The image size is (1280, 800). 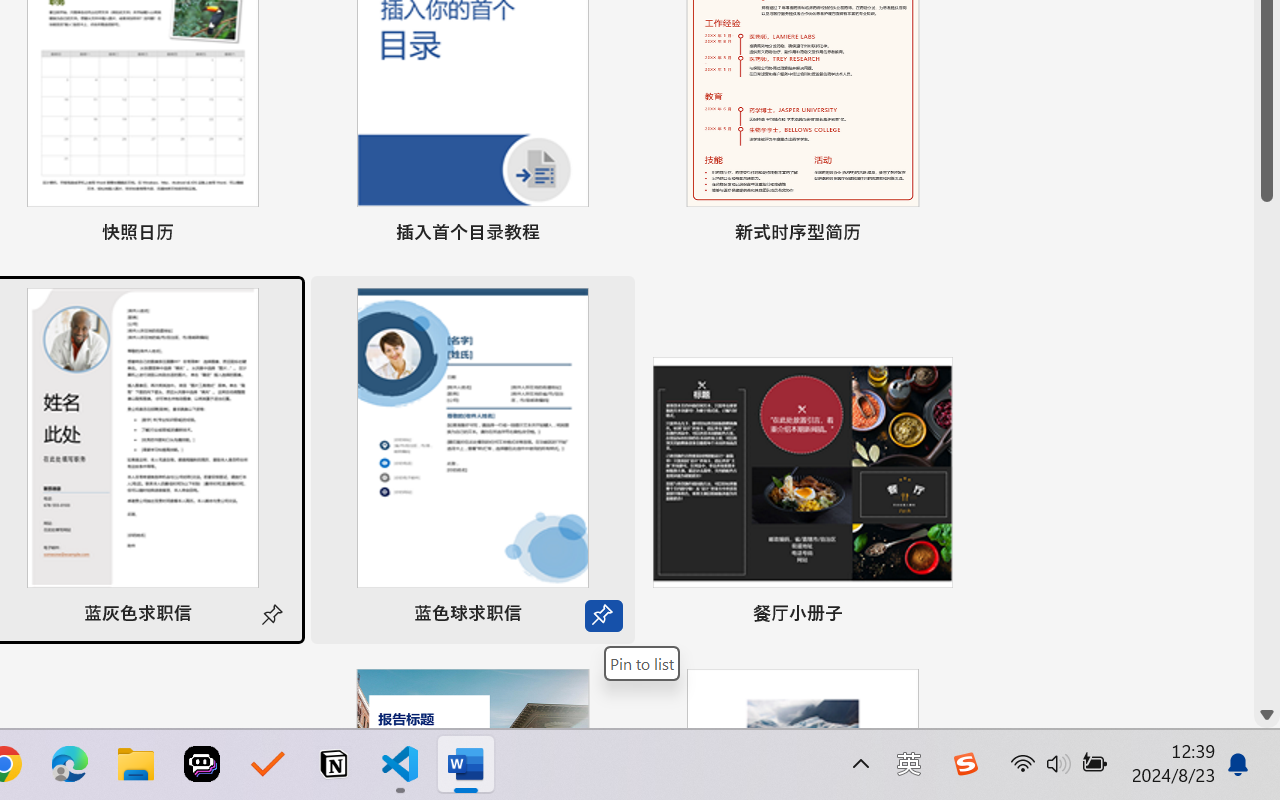 What do you see at coordinates (1266, 714) in the screenshot?
I see `'Line down'` at bounding box center [1266, 714].